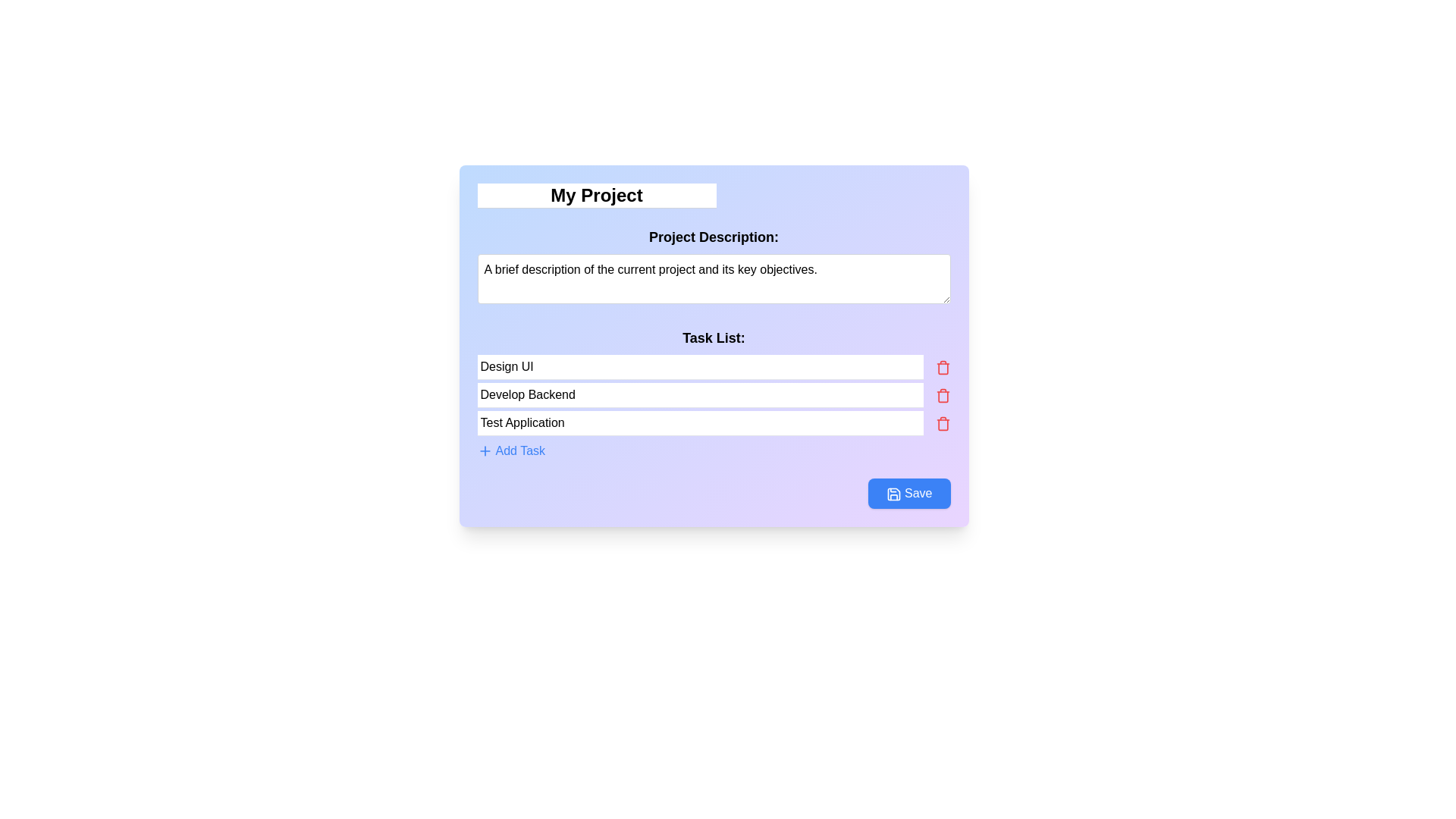 The image size is (1456, 819). What do you see at coordinates (713, 278) in the screenshot?
I see `the text input box for 'Project Description:' to focus on the input field` at bounding box center [713, 278].